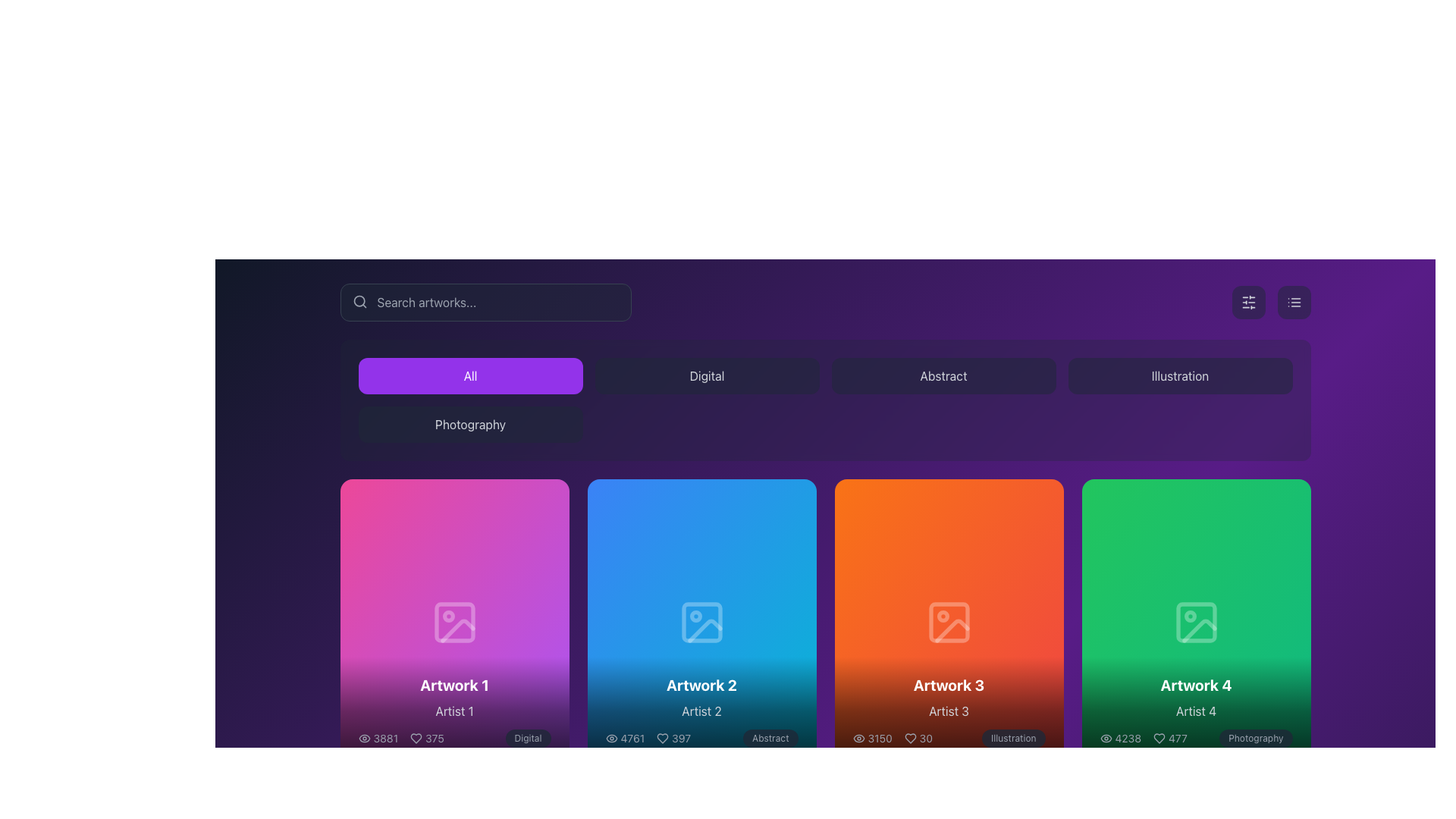  I want to click on the rightmost circular sharing button in the dark overlay on the 'Artwork 1' card, so click(500, 622).